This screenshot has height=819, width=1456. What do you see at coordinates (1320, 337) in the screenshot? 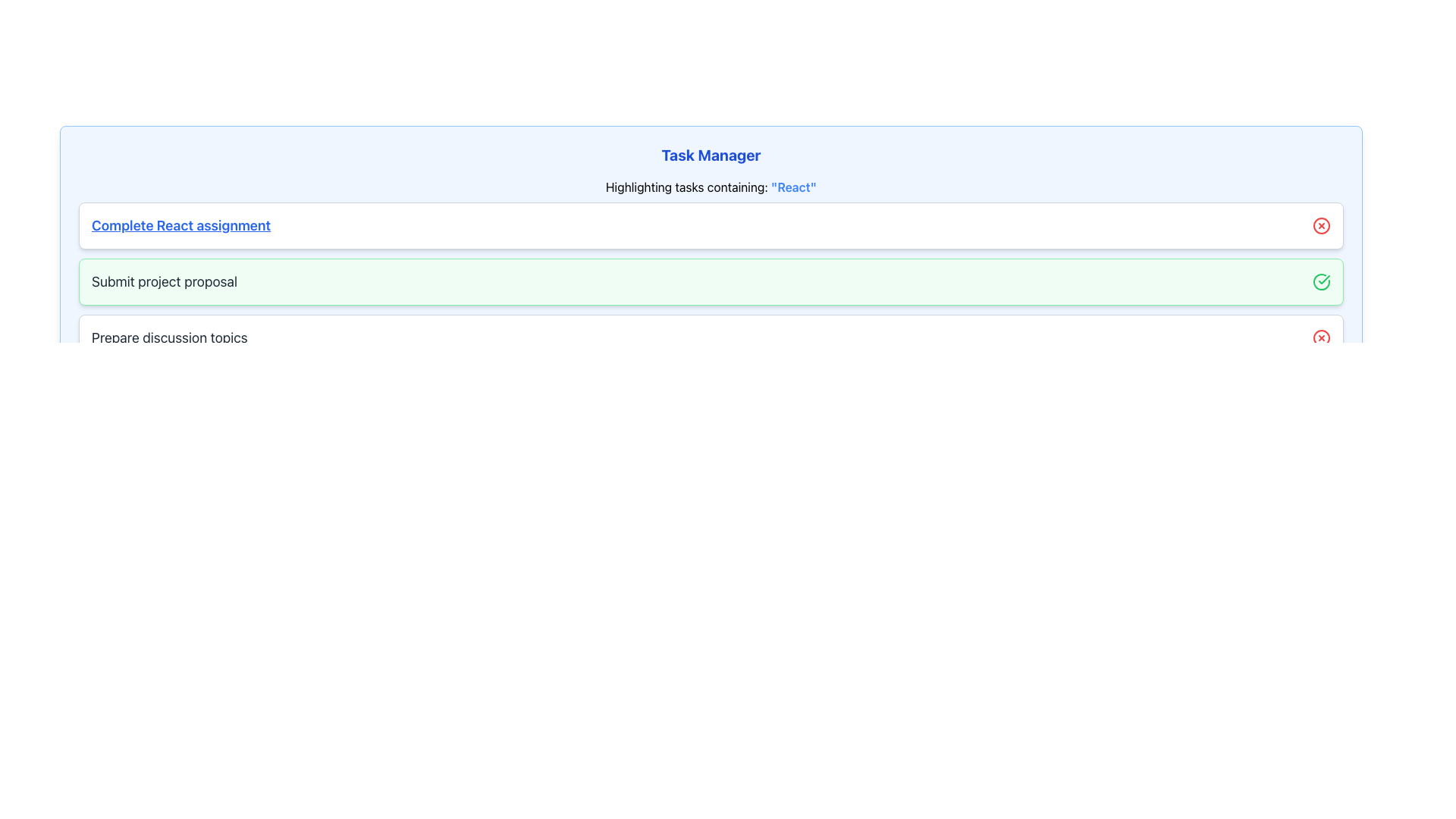
I see `the red circular shape of the SVG icon associated with the 'Prepare discussion topics' task` at bounding box center [1320, 337].